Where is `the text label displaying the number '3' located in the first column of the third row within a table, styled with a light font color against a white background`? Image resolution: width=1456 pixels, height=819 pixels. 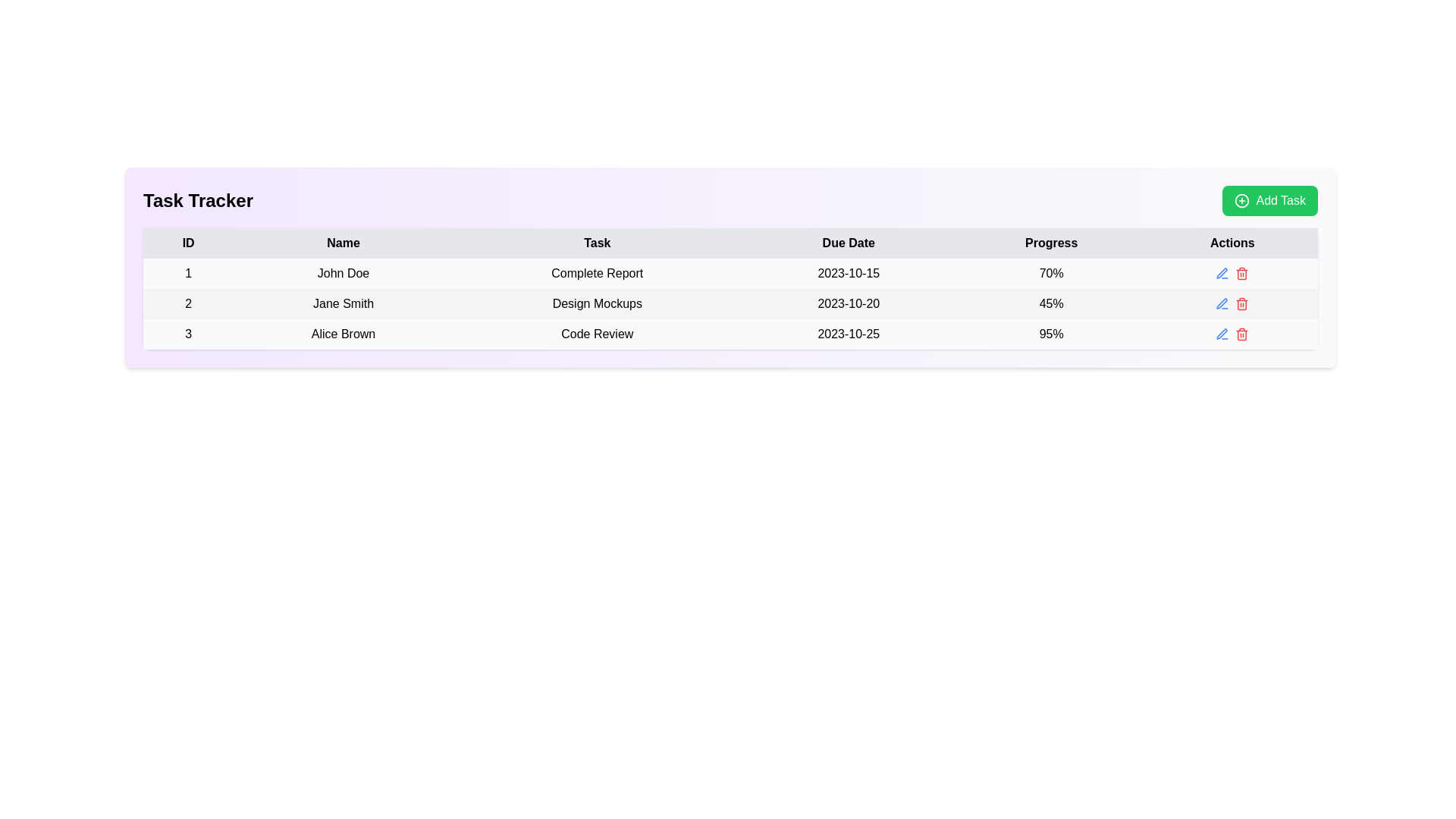
the text label displaying the number '3' located in the first column of the third row within a table, styled with a light font color against a white background is located at coordinates (187, 333).